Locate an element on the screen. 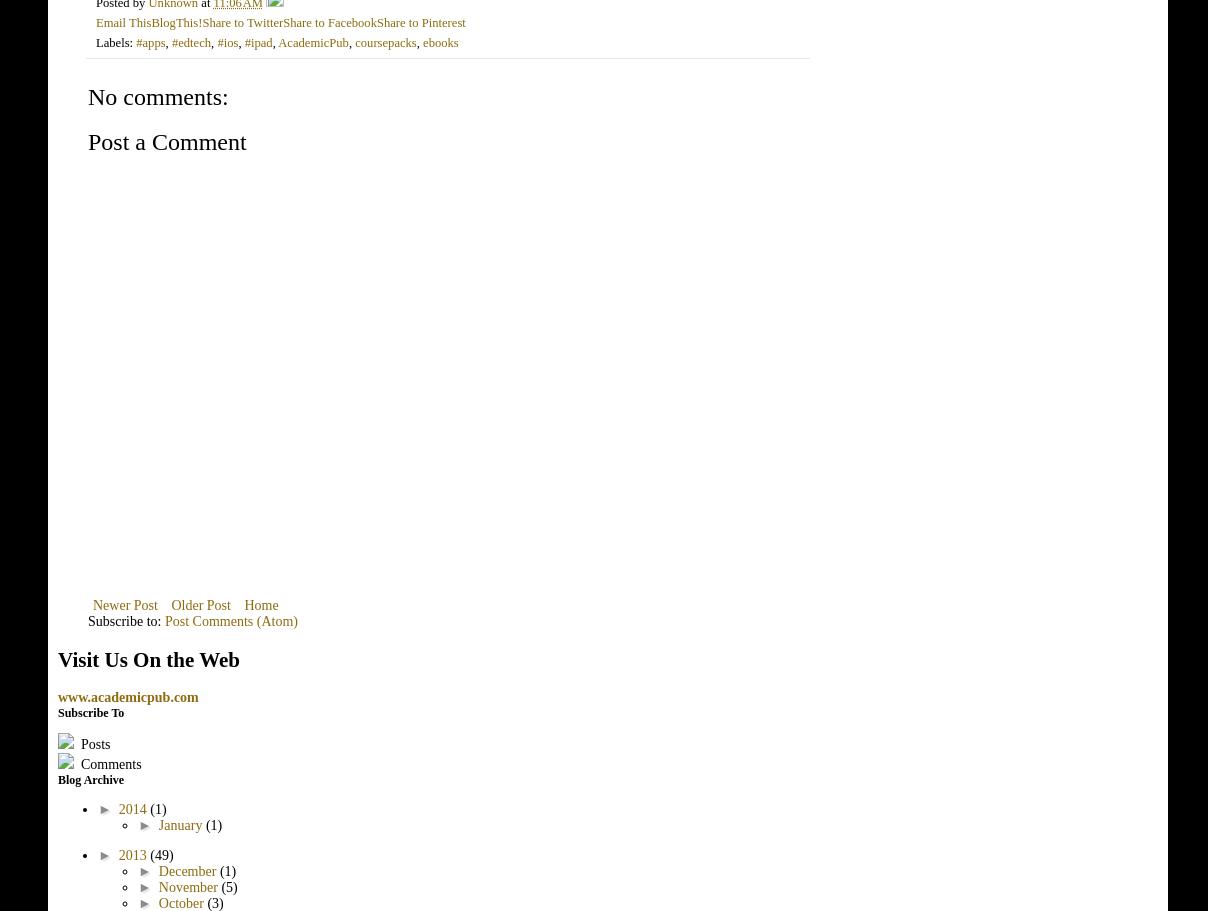 This screenshot has width=1208, height=911. 'Older Post' is located at coordinates (200, 604).